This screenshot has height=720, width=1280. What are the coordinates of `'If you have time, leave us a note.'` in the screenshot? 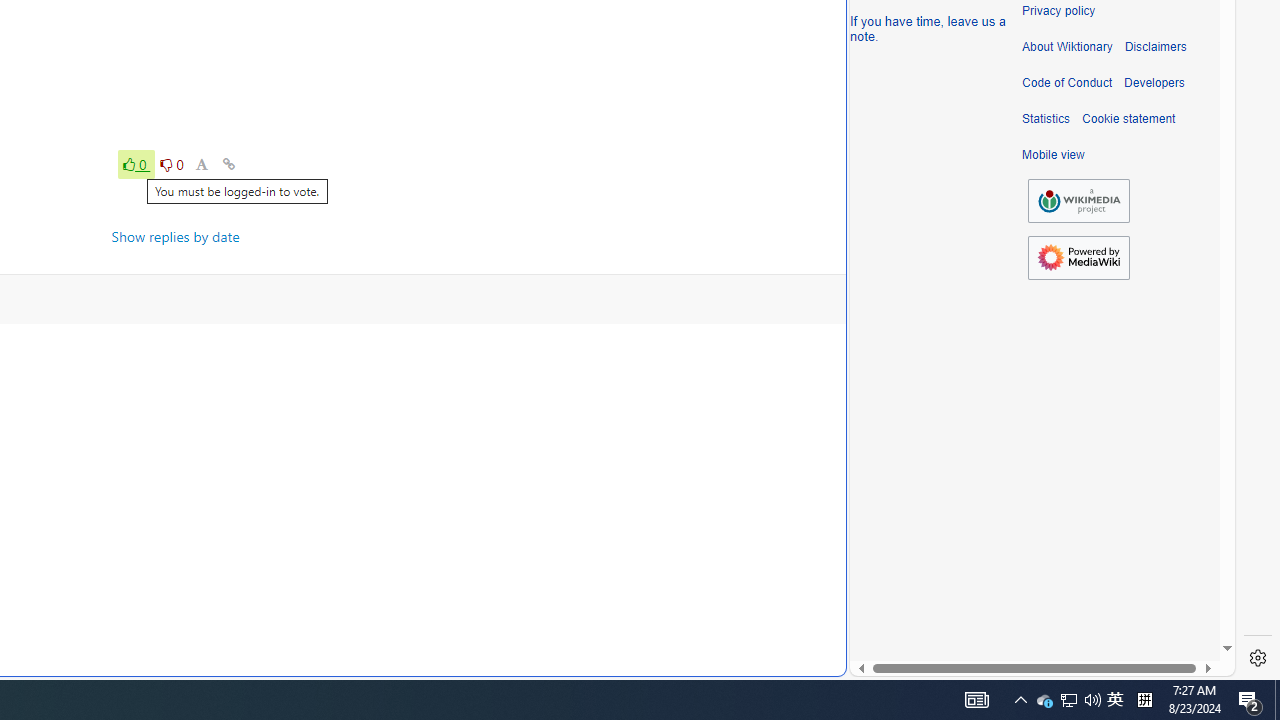 It's located at (927, 28).